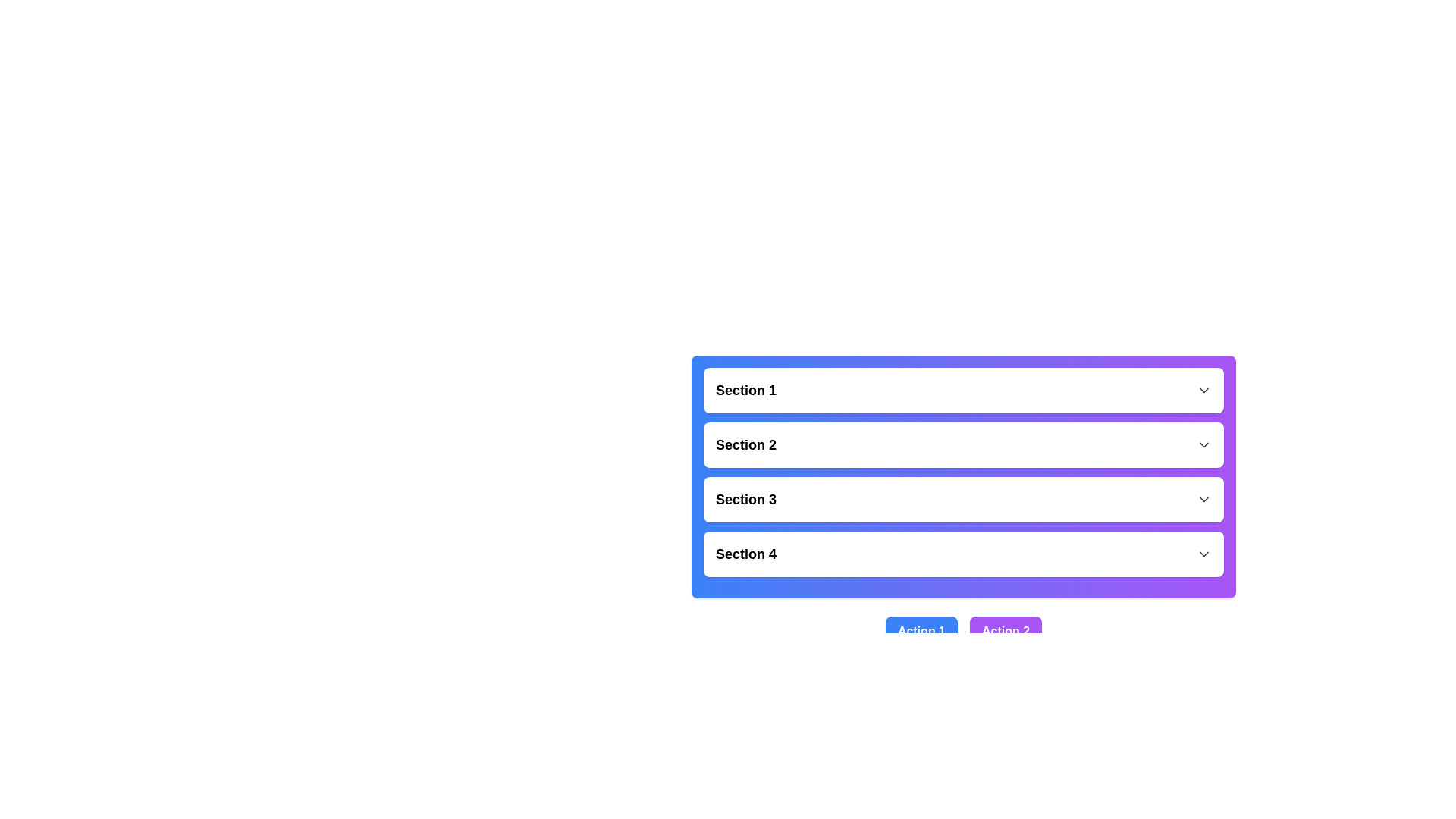 This screenshot has width=1456, height=819. What do you see at coordinates (745, 500) in the screenshot?
I see `the text label displaying 'Section 3' which is styled in bold and larger font, positioned third in a vertical list of sections, and aligned with an arrow icon to its right` at bounding box center [745, 500].